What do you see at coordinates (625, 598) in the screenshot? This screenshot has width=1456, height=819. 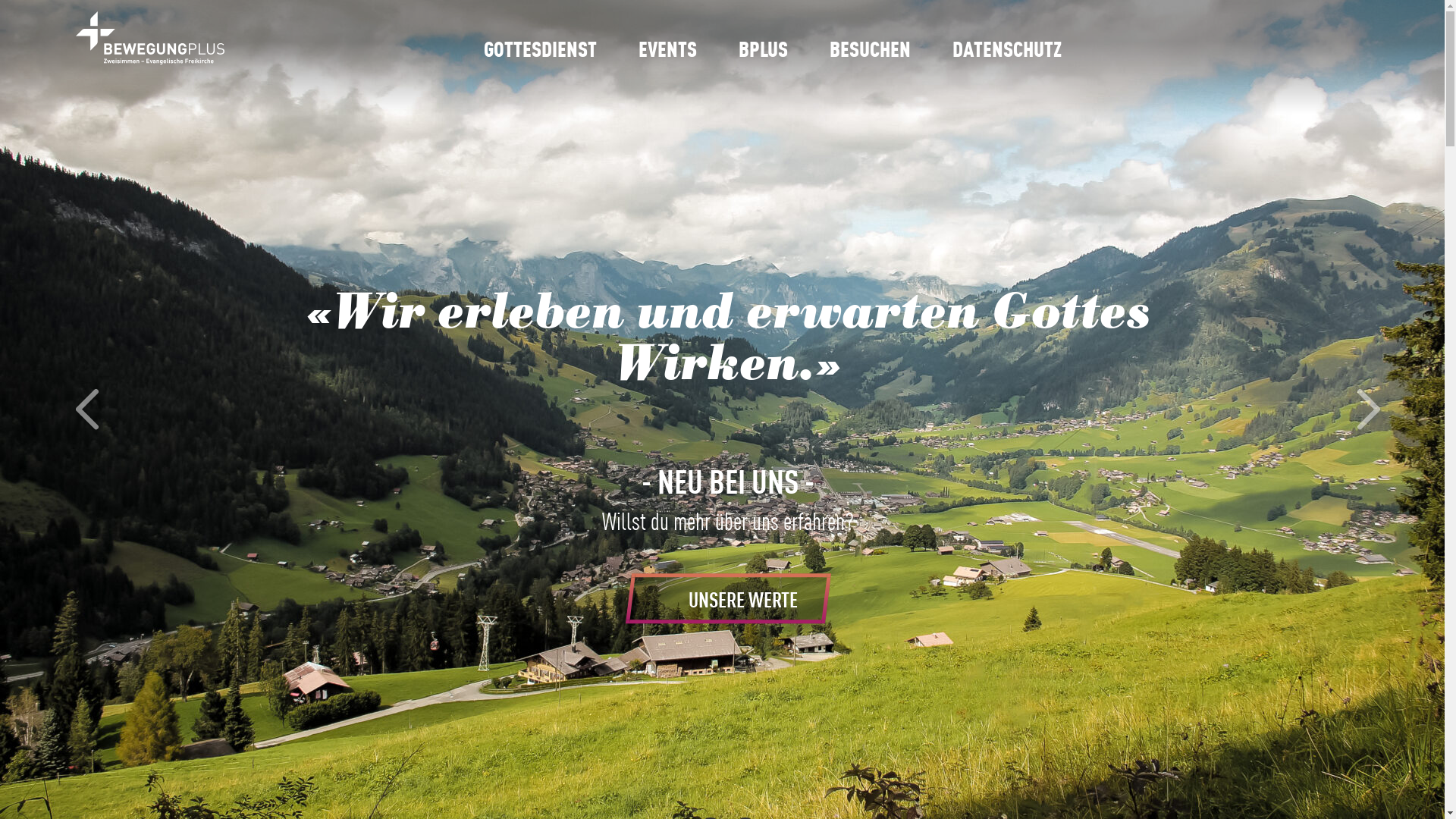 I see `'UNSERE WERTE'` at bounding box center [625, 598].